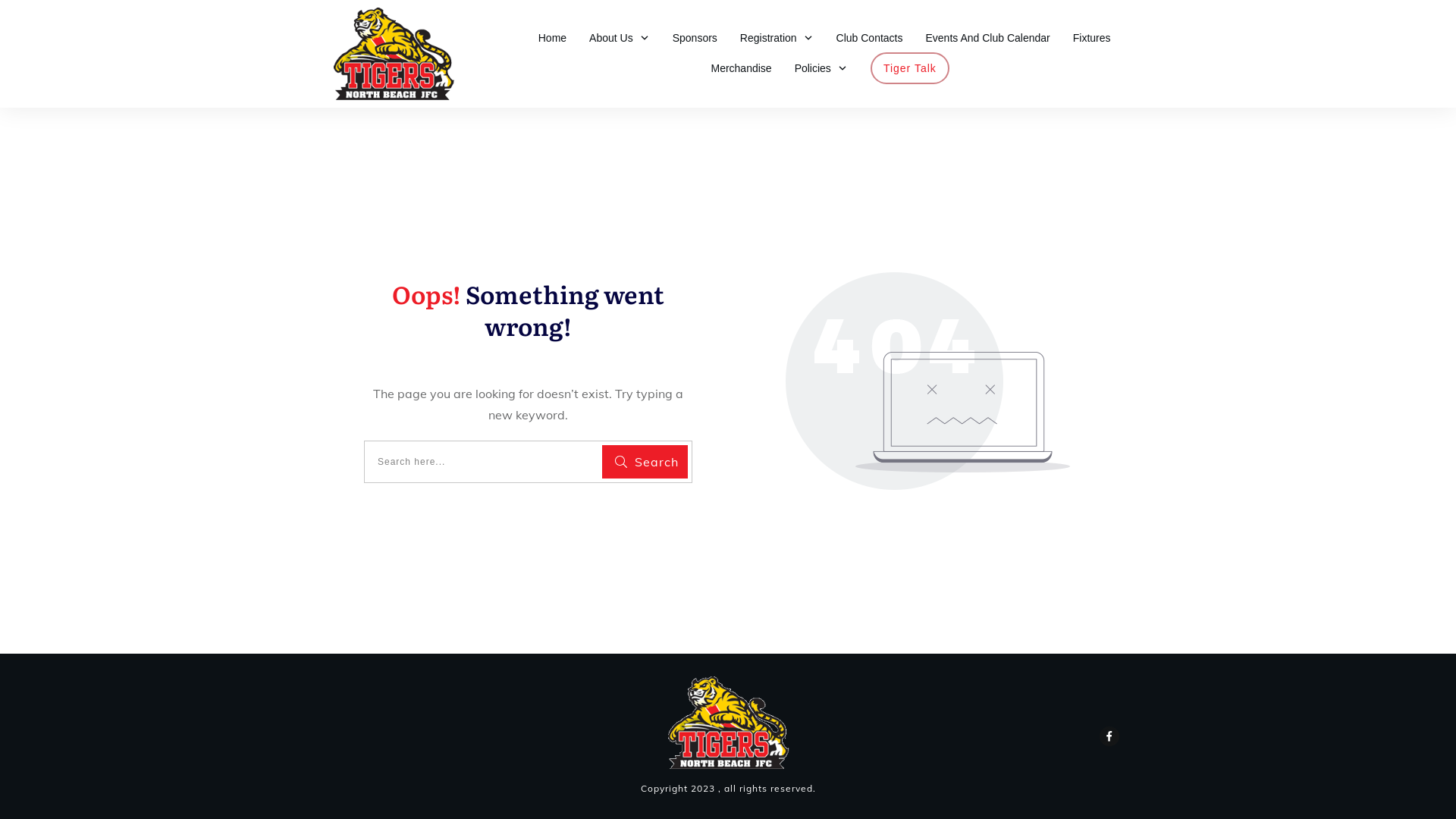 The image size is (1456, 819). I want to click on 'Club Contacts', so click(870, 37).